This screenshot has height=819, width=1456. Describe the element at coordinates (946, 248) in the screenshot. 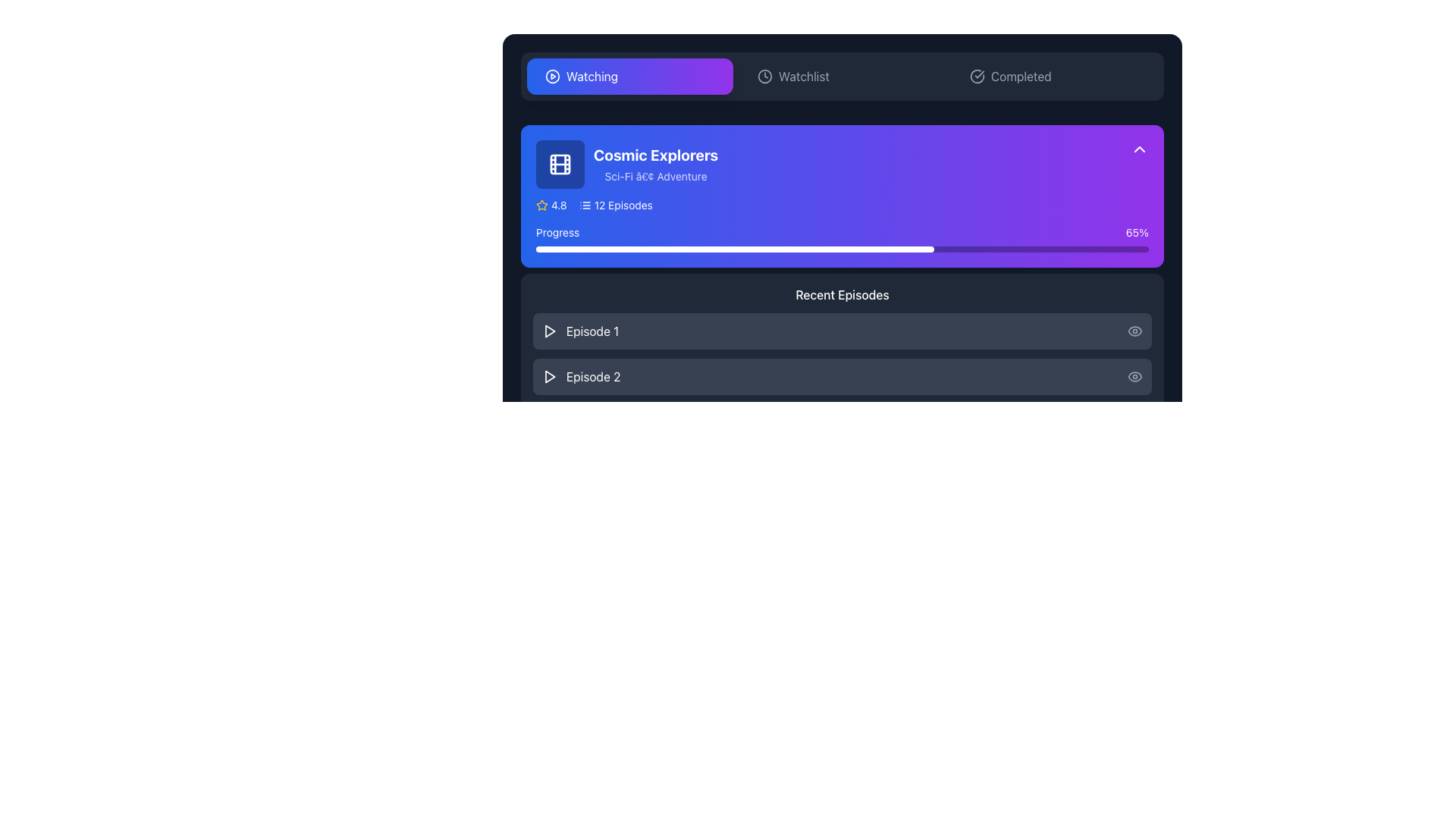

I see `progress bar` at that location.